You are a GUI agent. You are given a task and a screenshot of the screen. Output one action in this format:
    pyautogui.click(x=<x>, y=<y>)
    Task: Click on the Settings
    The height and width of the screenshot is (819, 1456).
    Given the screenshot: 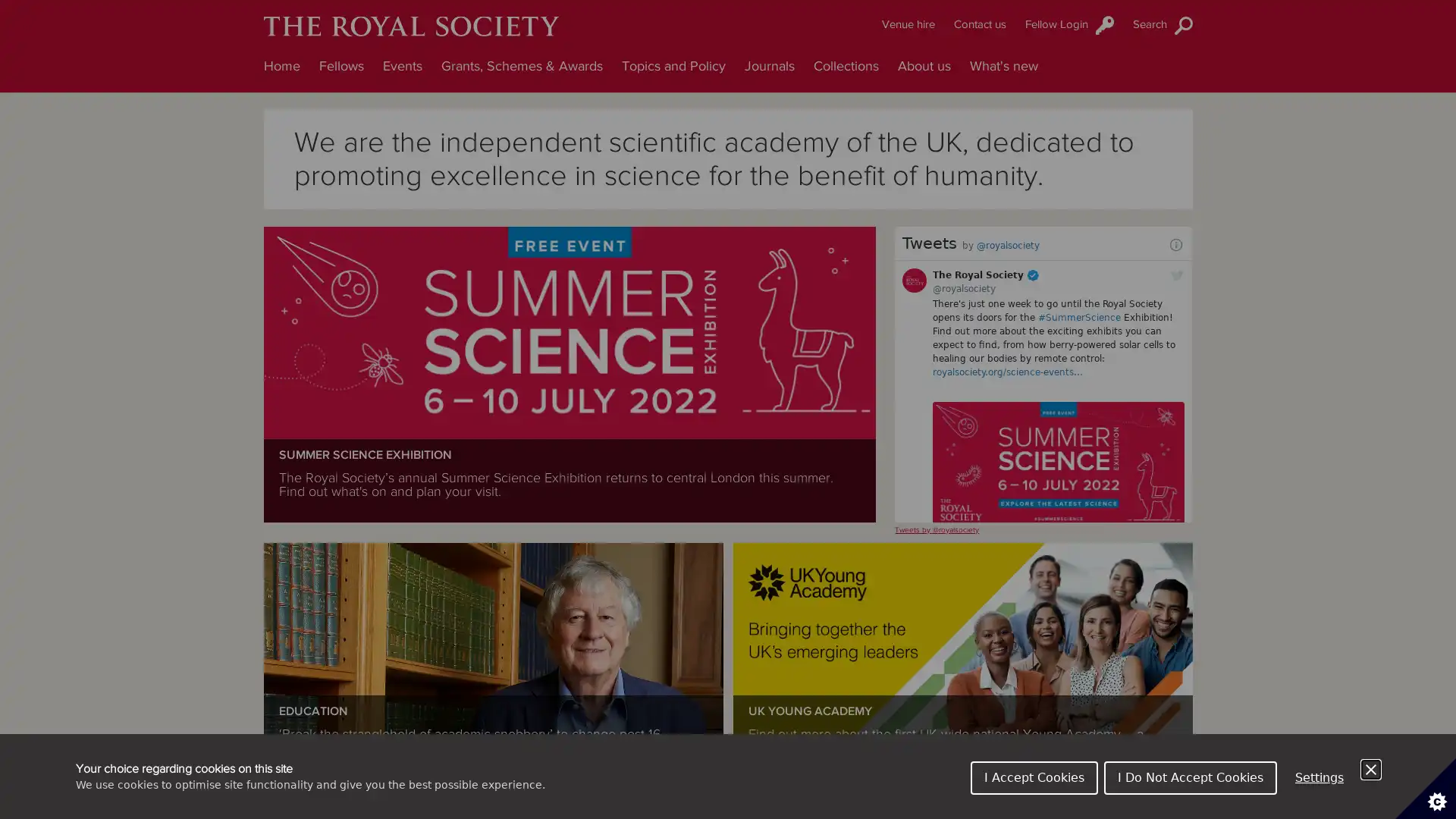 What is the action you would take?
    pyautogui.click(x=1318, y=778)
    